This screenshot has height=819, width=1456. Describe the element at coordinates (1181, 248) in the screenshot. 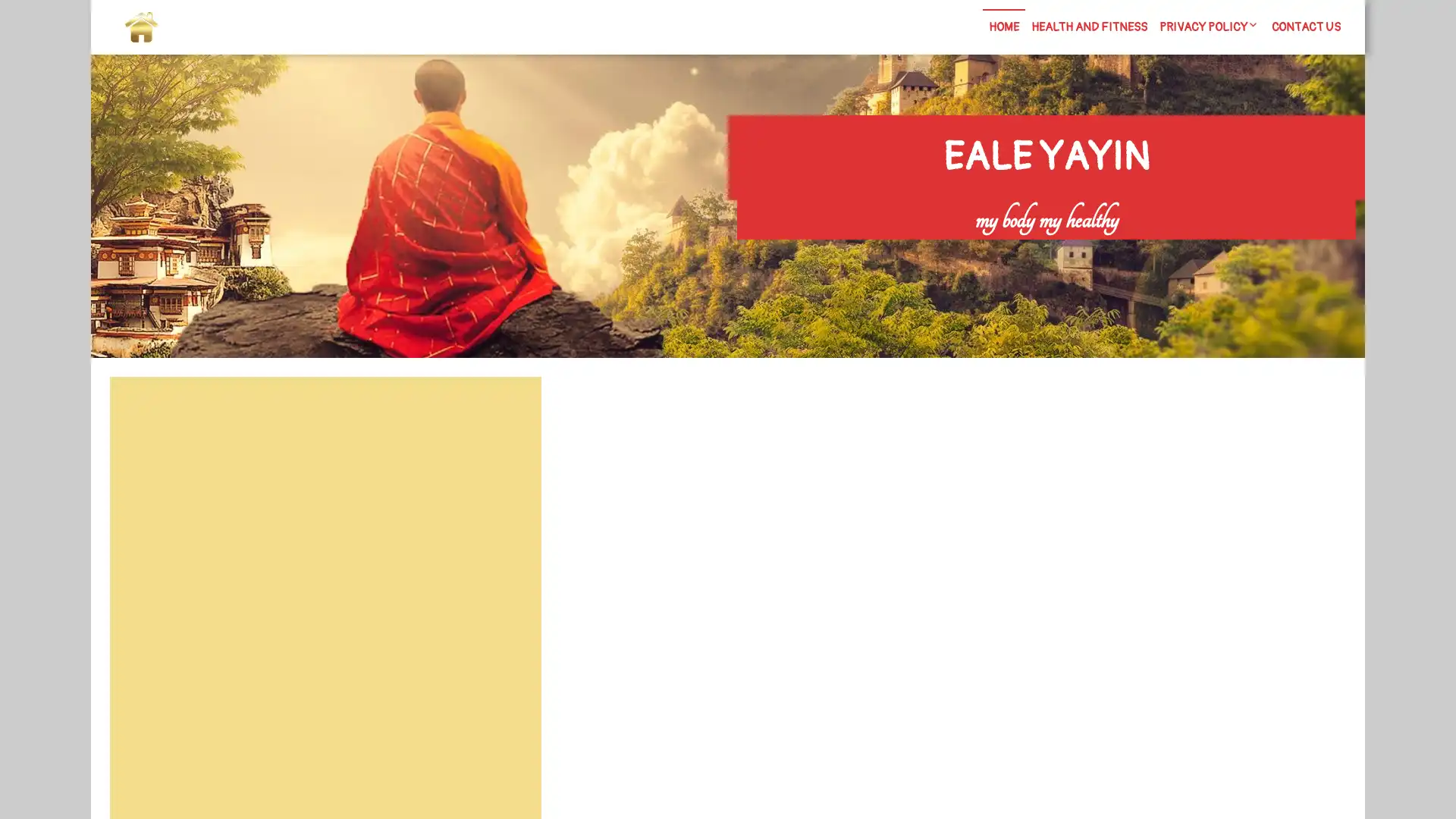

I see `Search` at that location.